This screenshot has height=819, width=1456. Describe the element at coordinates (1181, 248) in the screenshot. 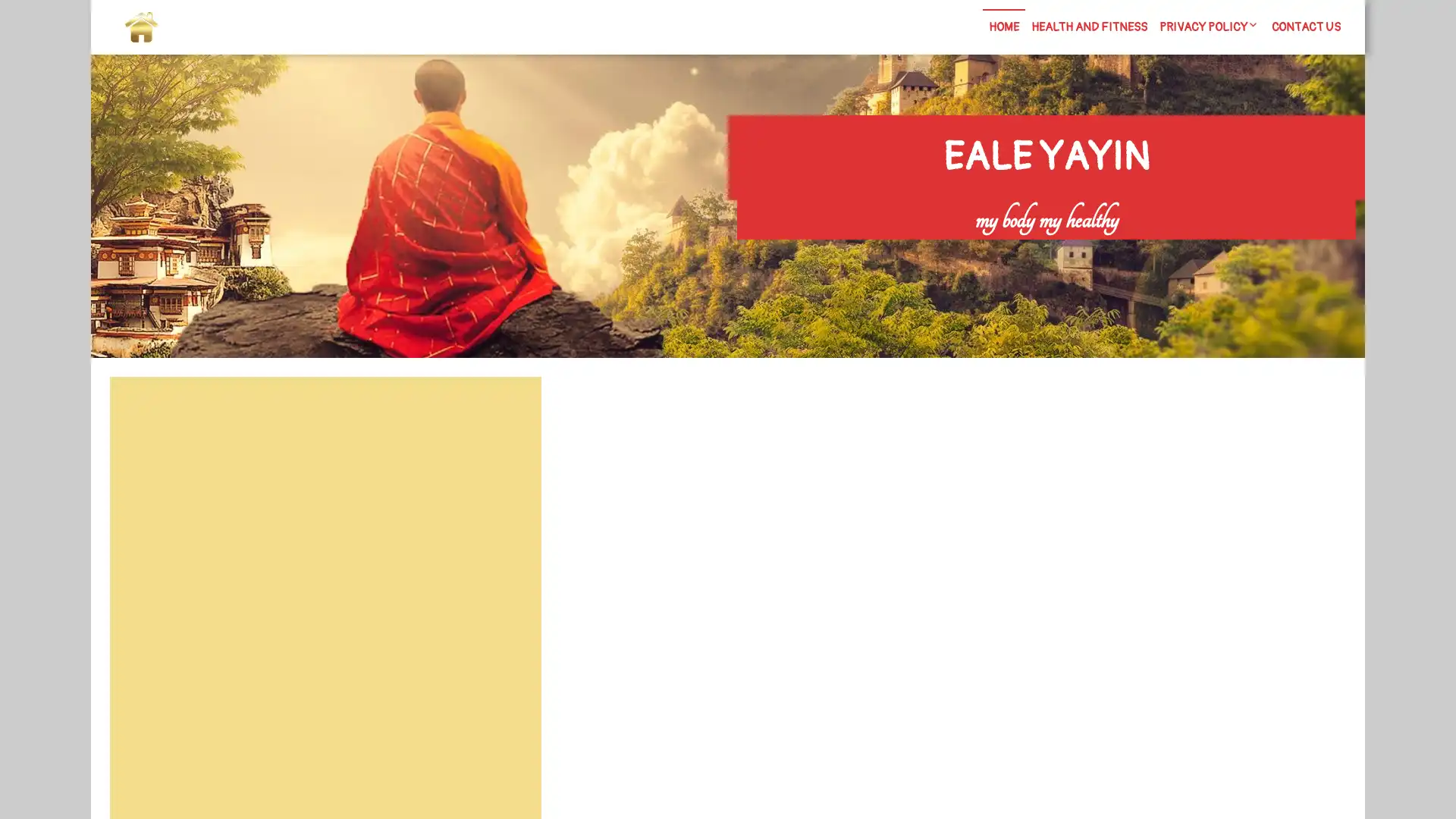

I see `Search` at that location.